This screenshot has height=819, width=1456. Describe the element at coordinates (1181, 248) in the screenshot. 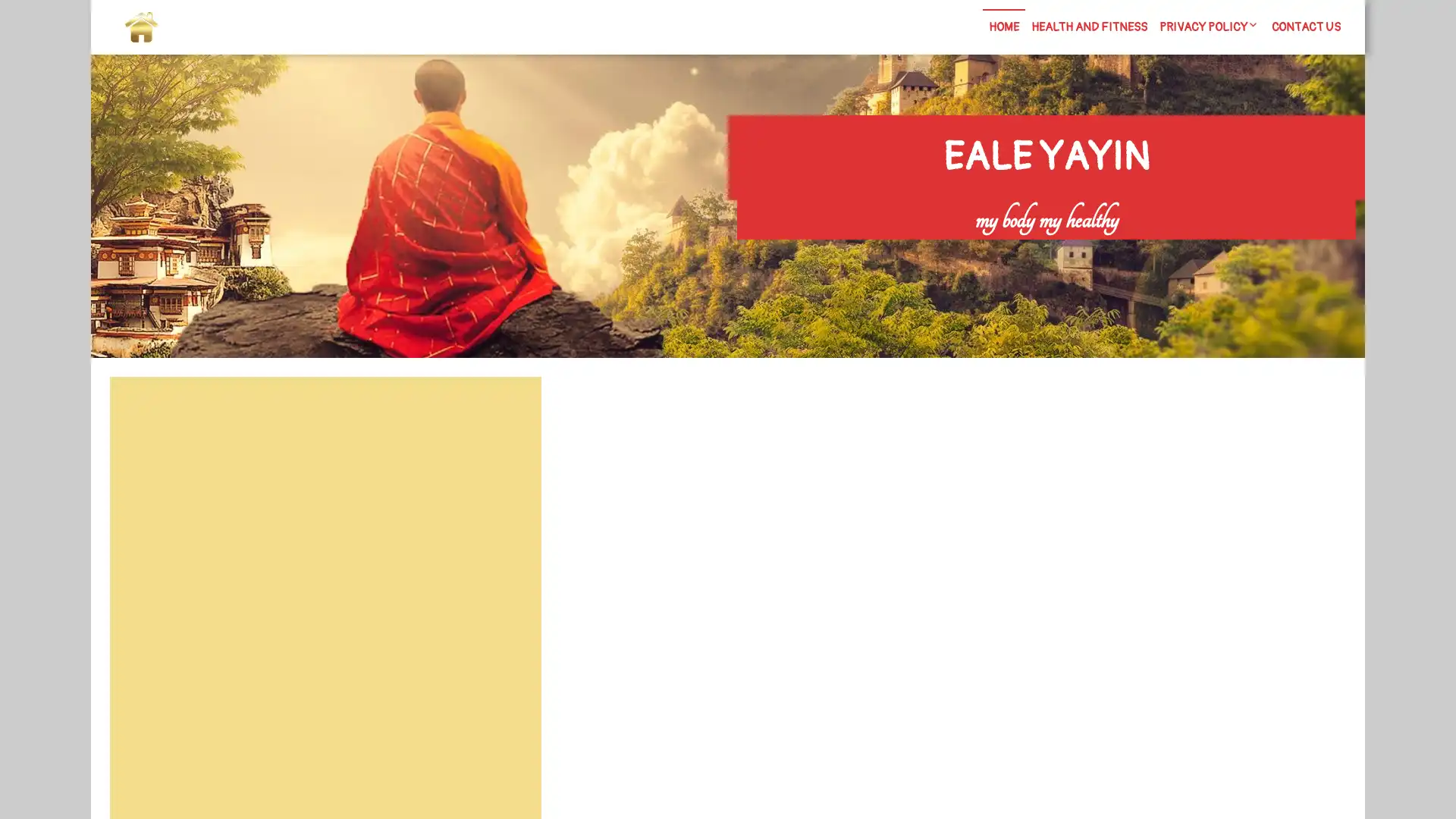

I see `Search` at that location.